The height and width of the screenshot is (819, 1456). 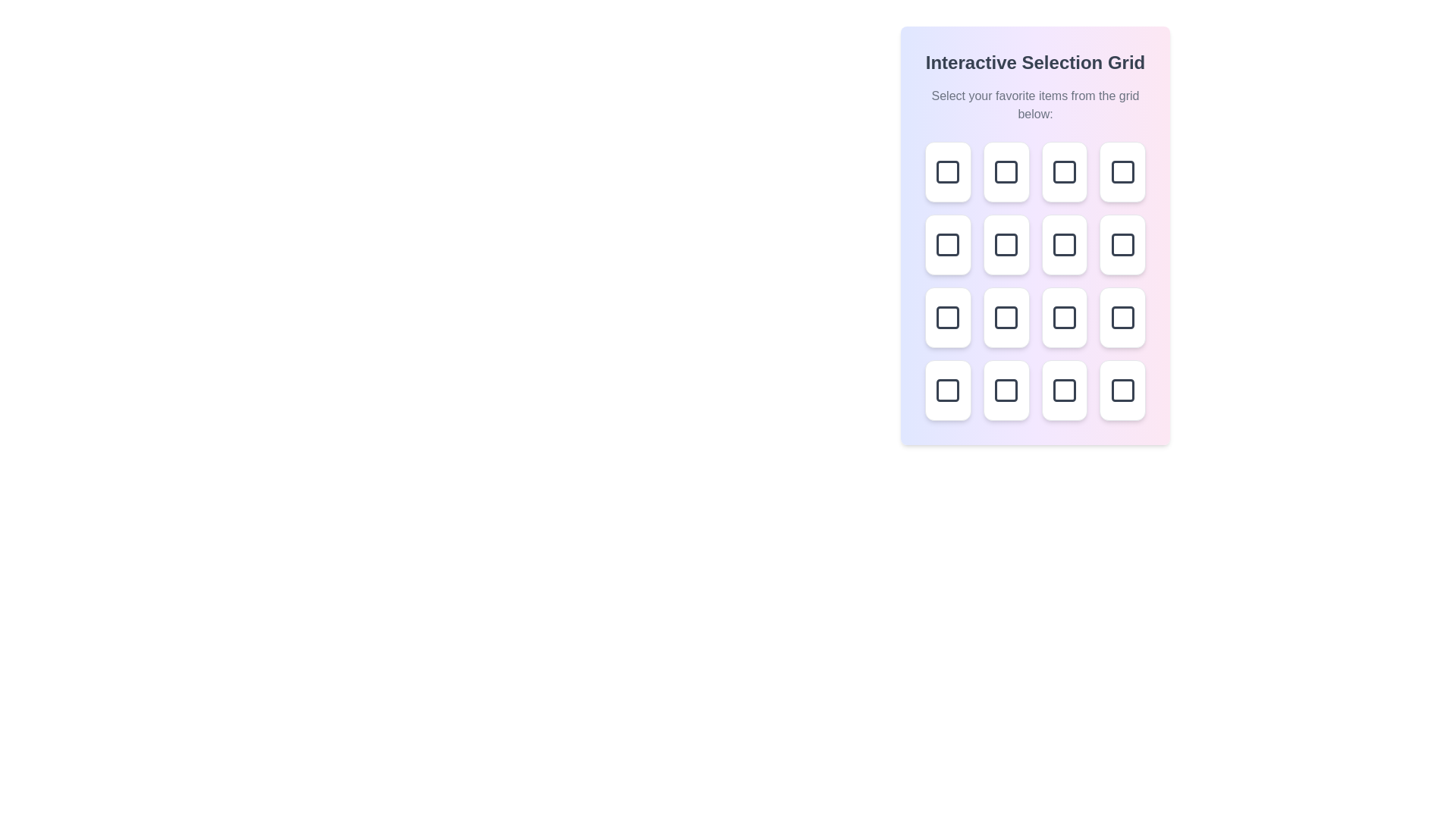 I want to click on the styling of the small rounded rectangle button located in the first square of the first row in the 'Interactive Selection Grid', so click(x=946, y=171).